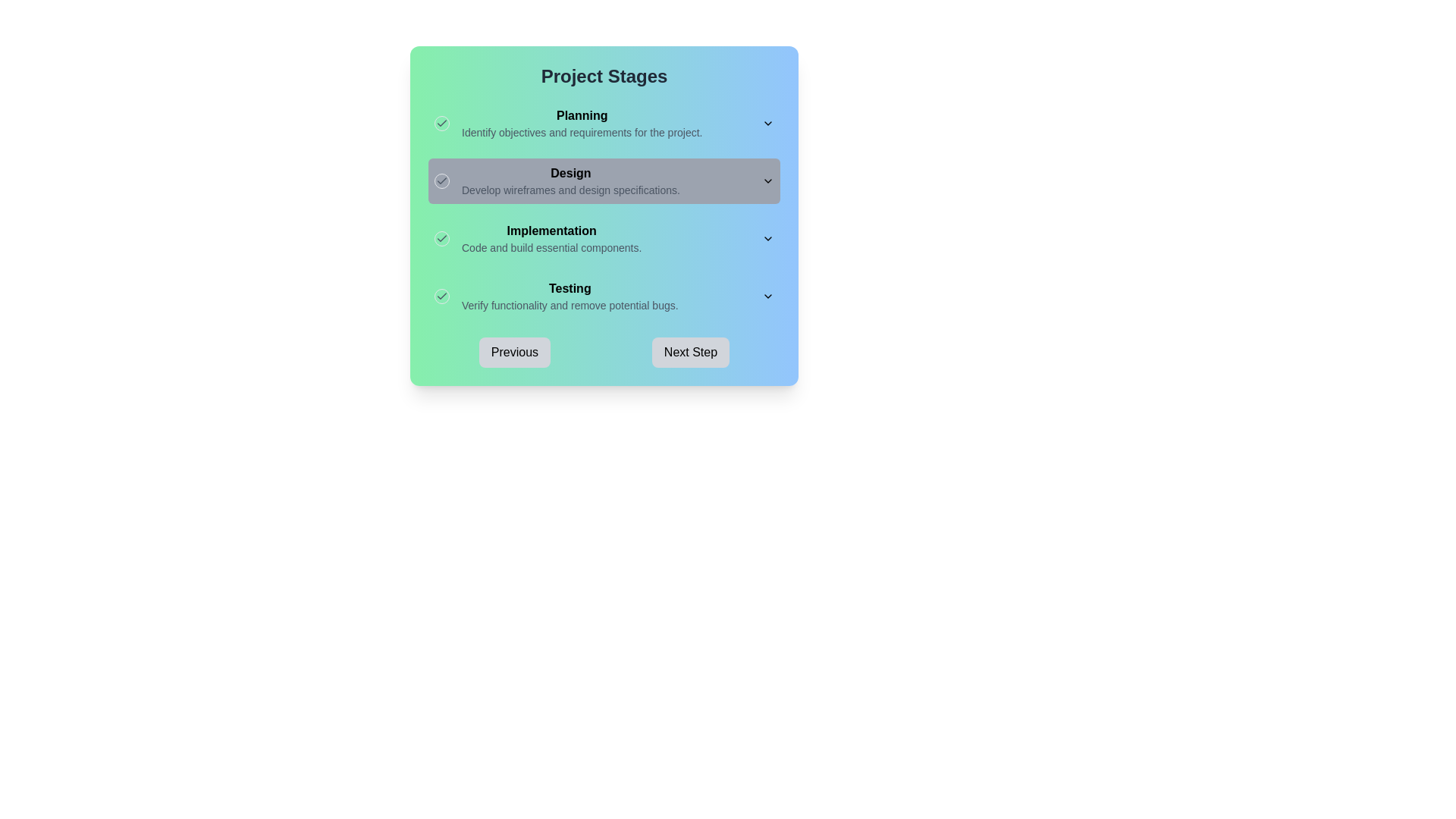 This screenshot has width=1456, height=819. I want to click on the tick mark icon within the SVG graphic that signifies the completion of the 'Design' step, so click(441, 180).